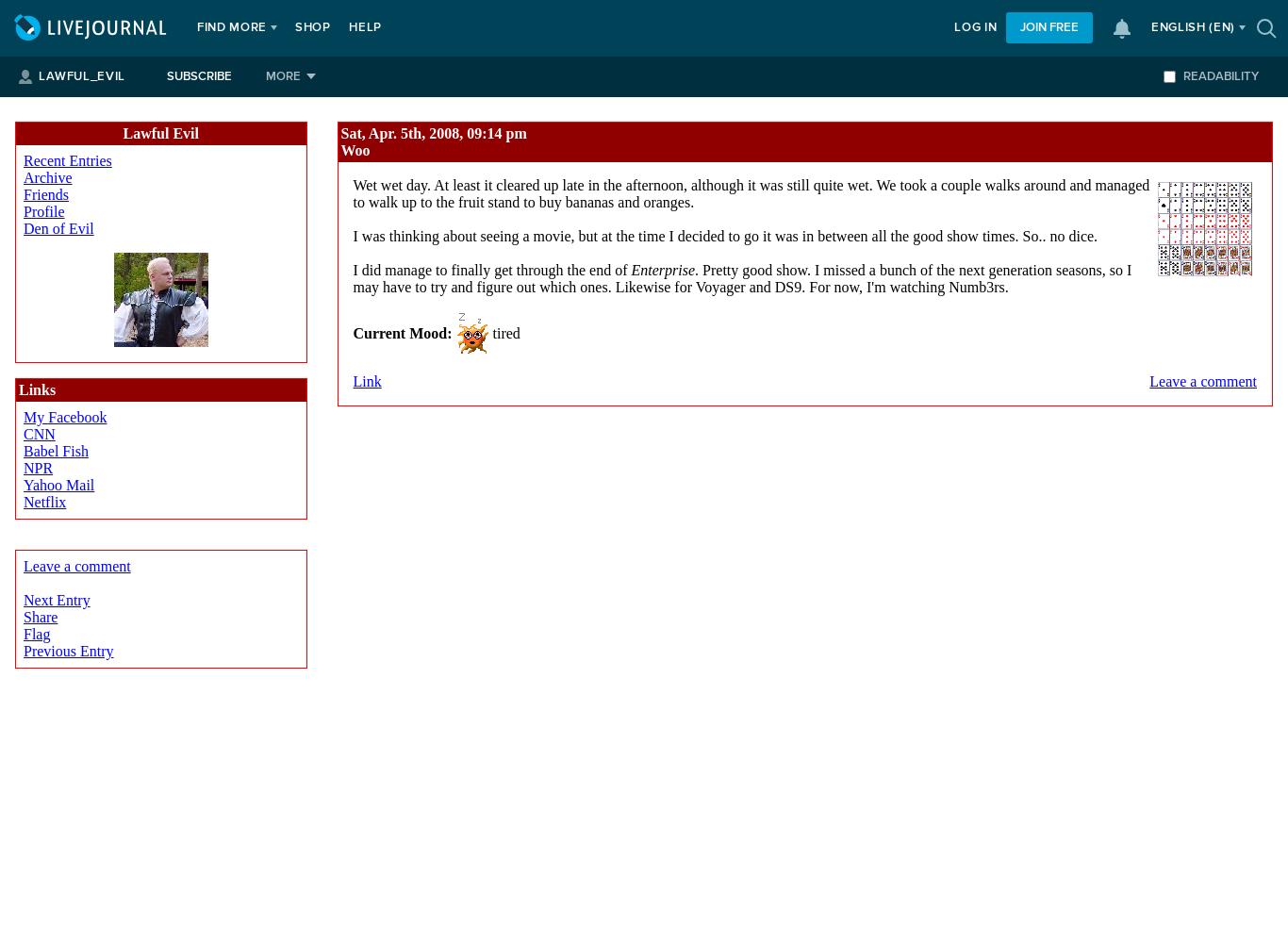 The height and width of the screenshot is (943, 1288). Describe the element at coordinates (46, 193) in the screenshot. I see `'Friends'` at that location.